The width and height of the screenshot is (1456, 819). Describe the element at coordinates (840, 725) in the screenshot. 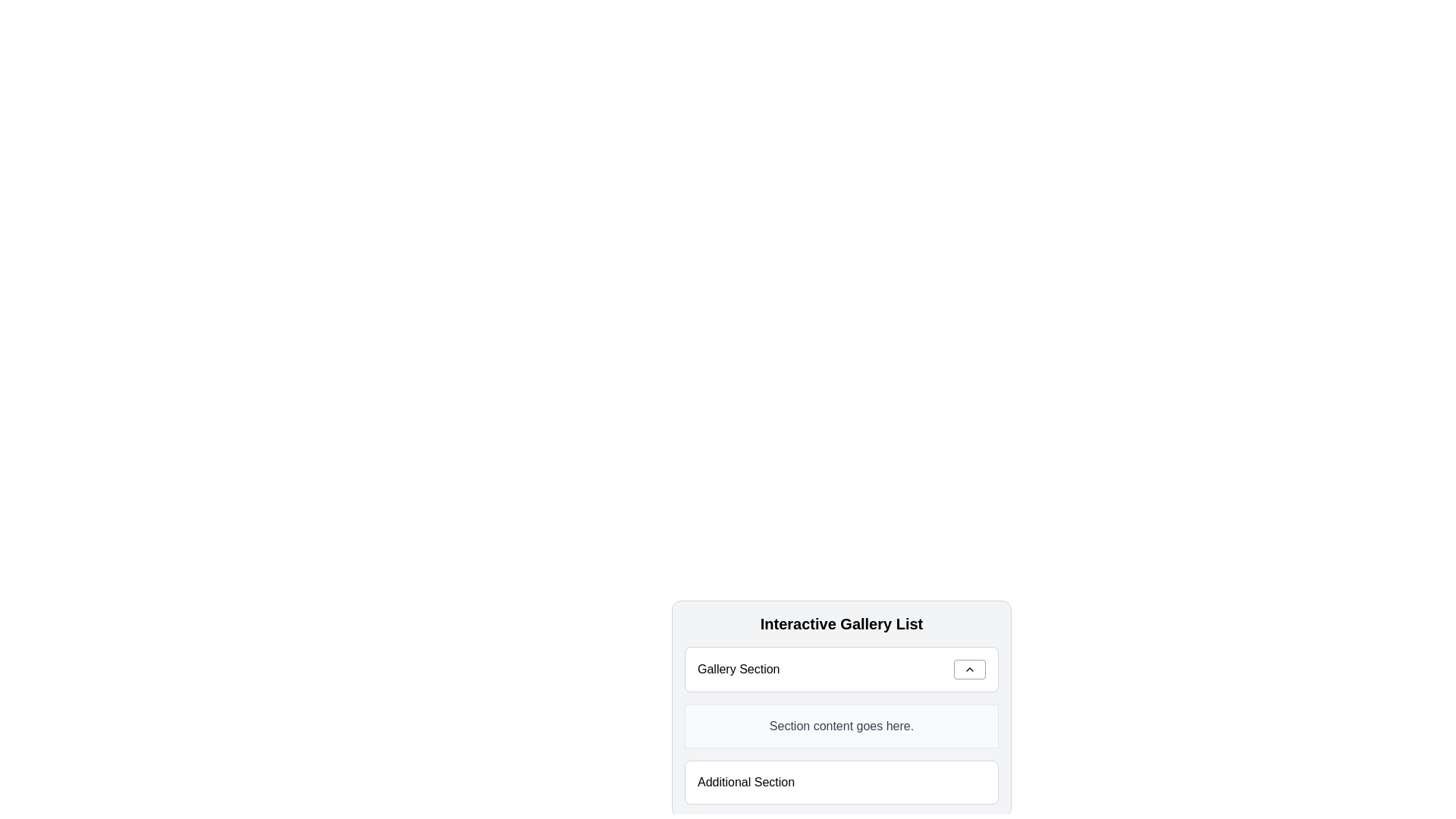

I see `the static text element that states 'Section content goes here.' which is styled in dark gray and centered within a light gray box` at that location.